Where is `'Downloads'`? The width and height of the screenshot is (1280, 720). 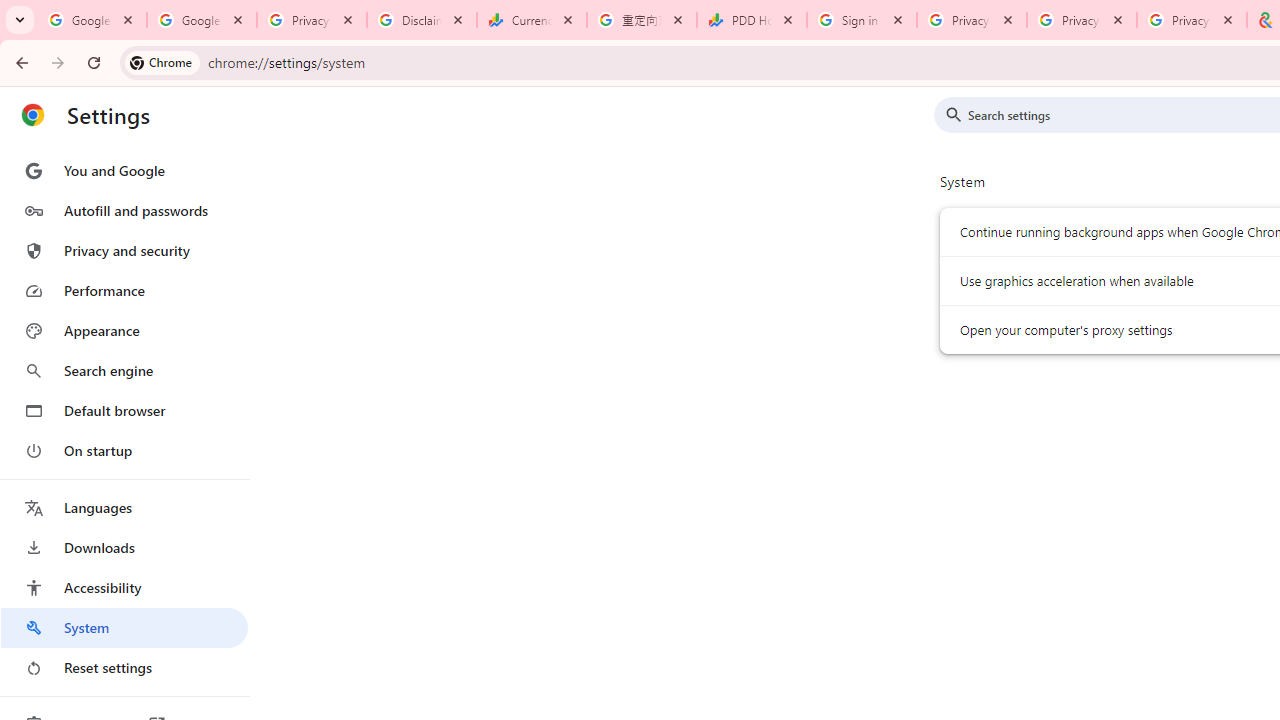 'Downloads' is located at coordinates (123, 547).